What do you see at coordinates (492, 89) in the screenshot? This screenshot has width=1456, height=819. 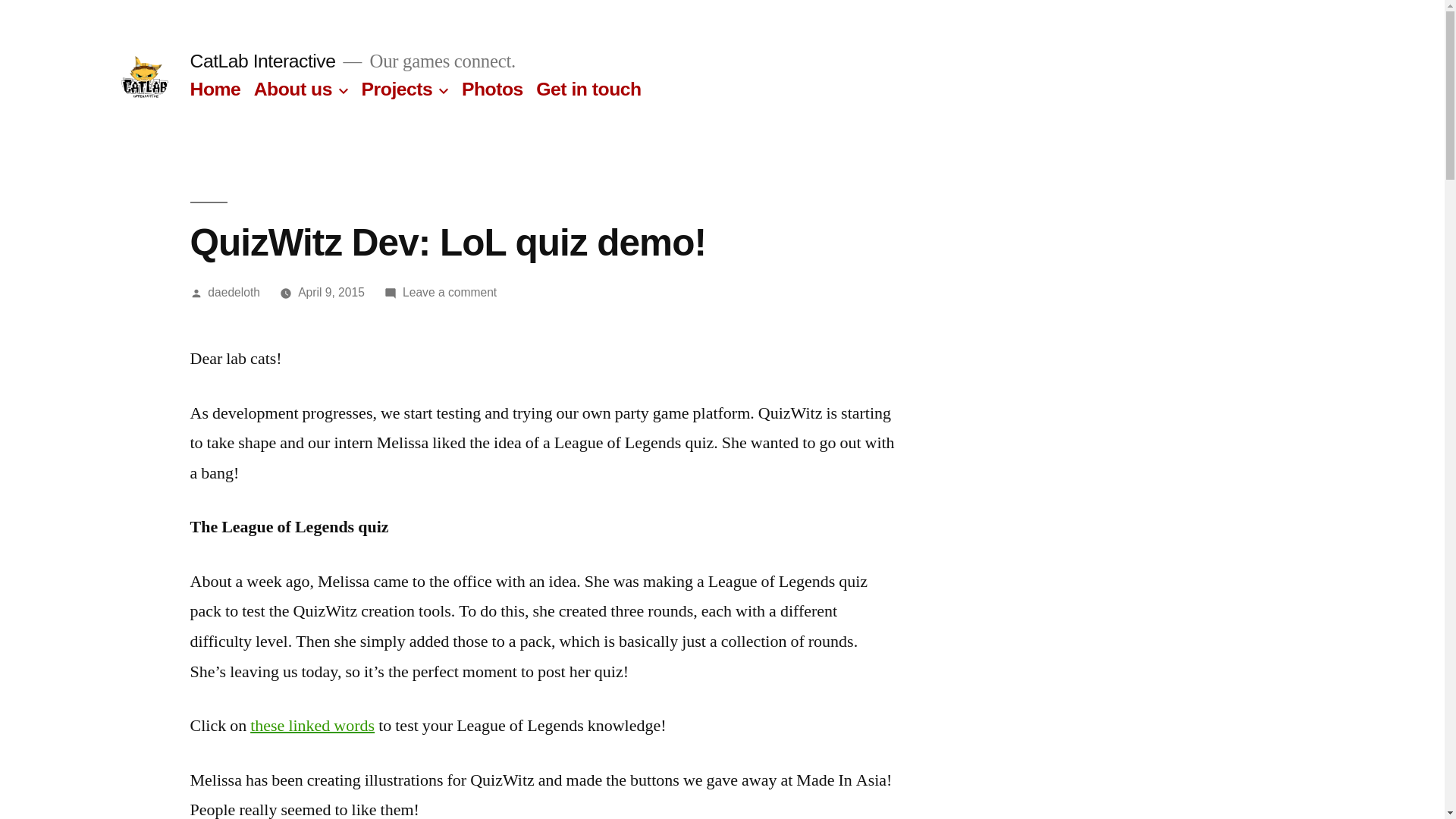 I see `'Photos'` at bounding box center [492, 89].